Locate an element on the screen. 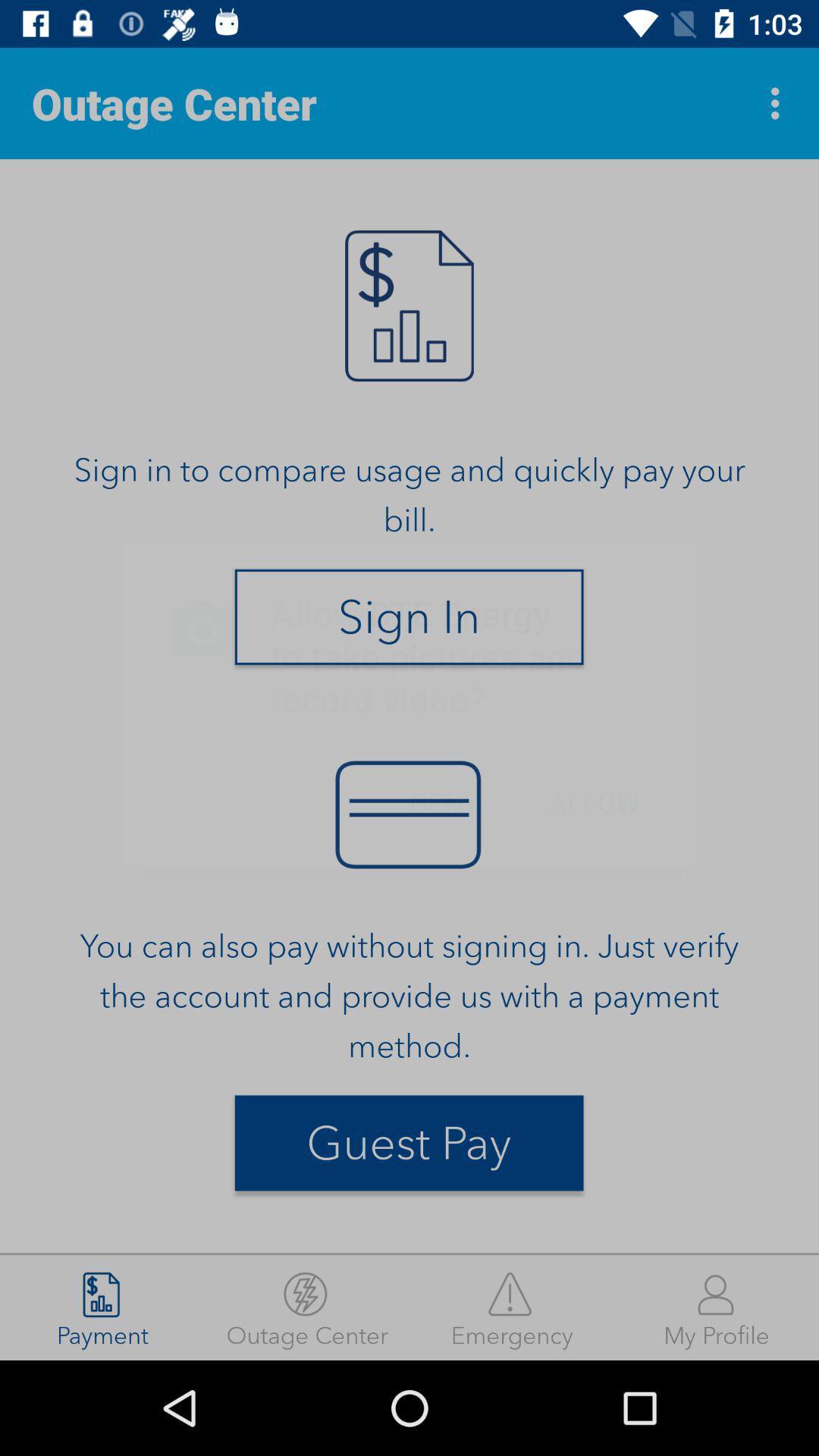 This screenshot has width=819, height=1456. app to the right of the outage center app is located at coordinates (779, 102).